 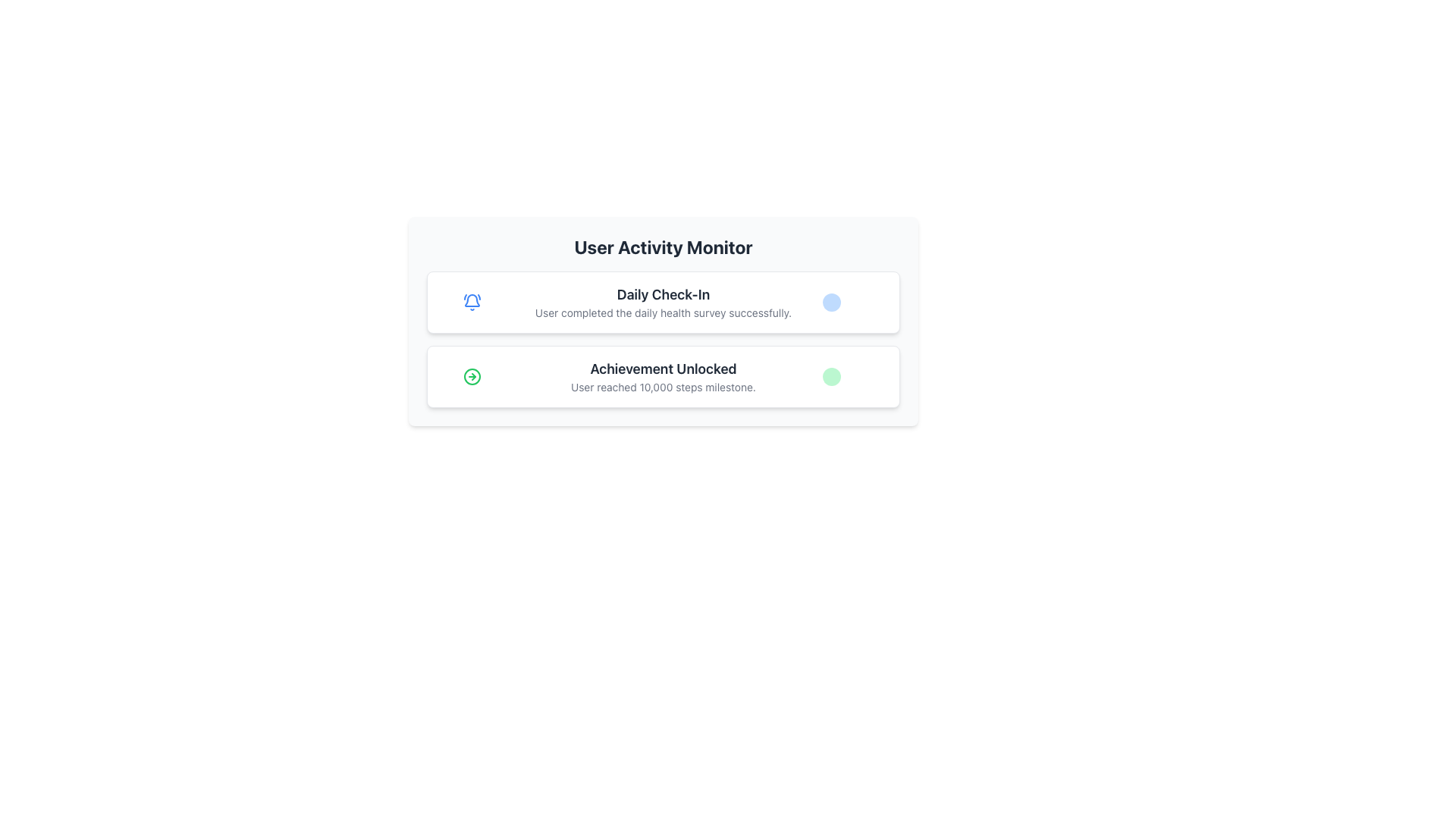 I want to click on information provided in the 'Daily Check-In' Information Card, which is the first element listed under the 'User Activity Monitor' section, so click(x=663, y=302).